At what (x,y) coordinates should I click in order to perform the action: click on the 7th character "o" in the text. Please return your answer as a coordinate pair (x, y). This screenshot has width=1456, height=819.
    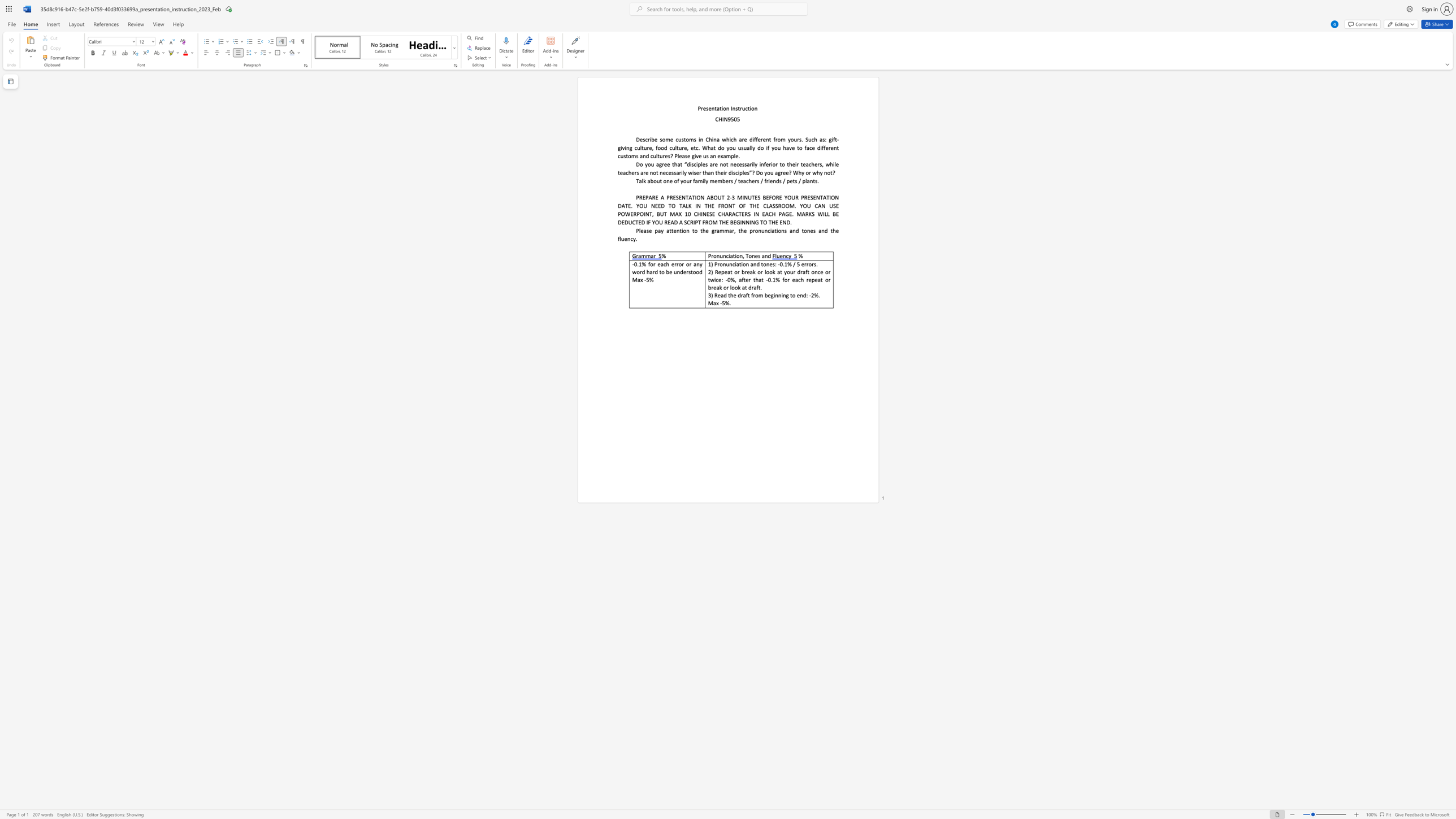
    Looking at the image, I should click on (697, 272).